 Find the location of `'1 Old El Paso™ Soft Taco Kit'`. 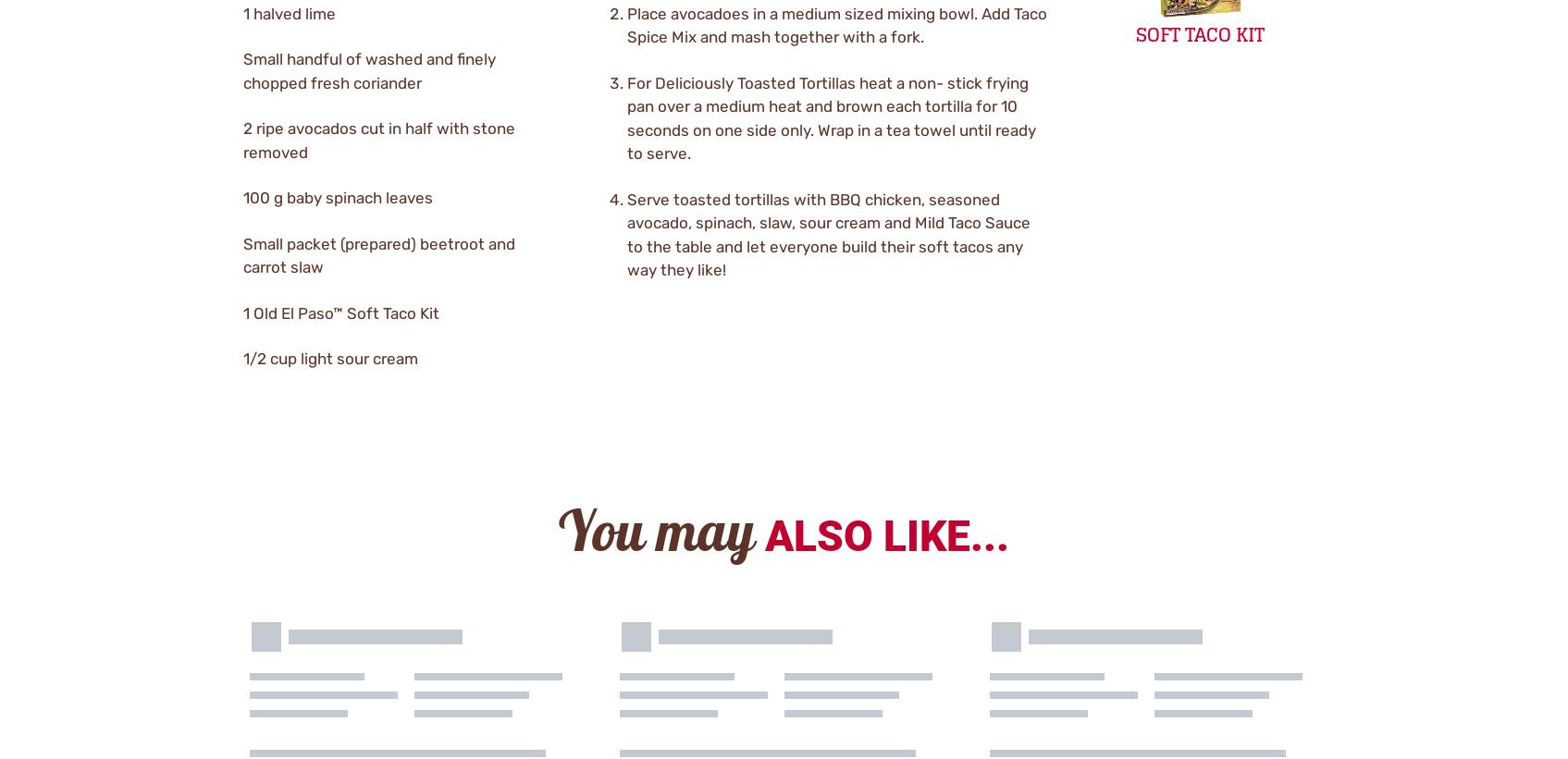

'1 Old El Paso™ Soft Taco Kit' is located at coordinates (339, 312).